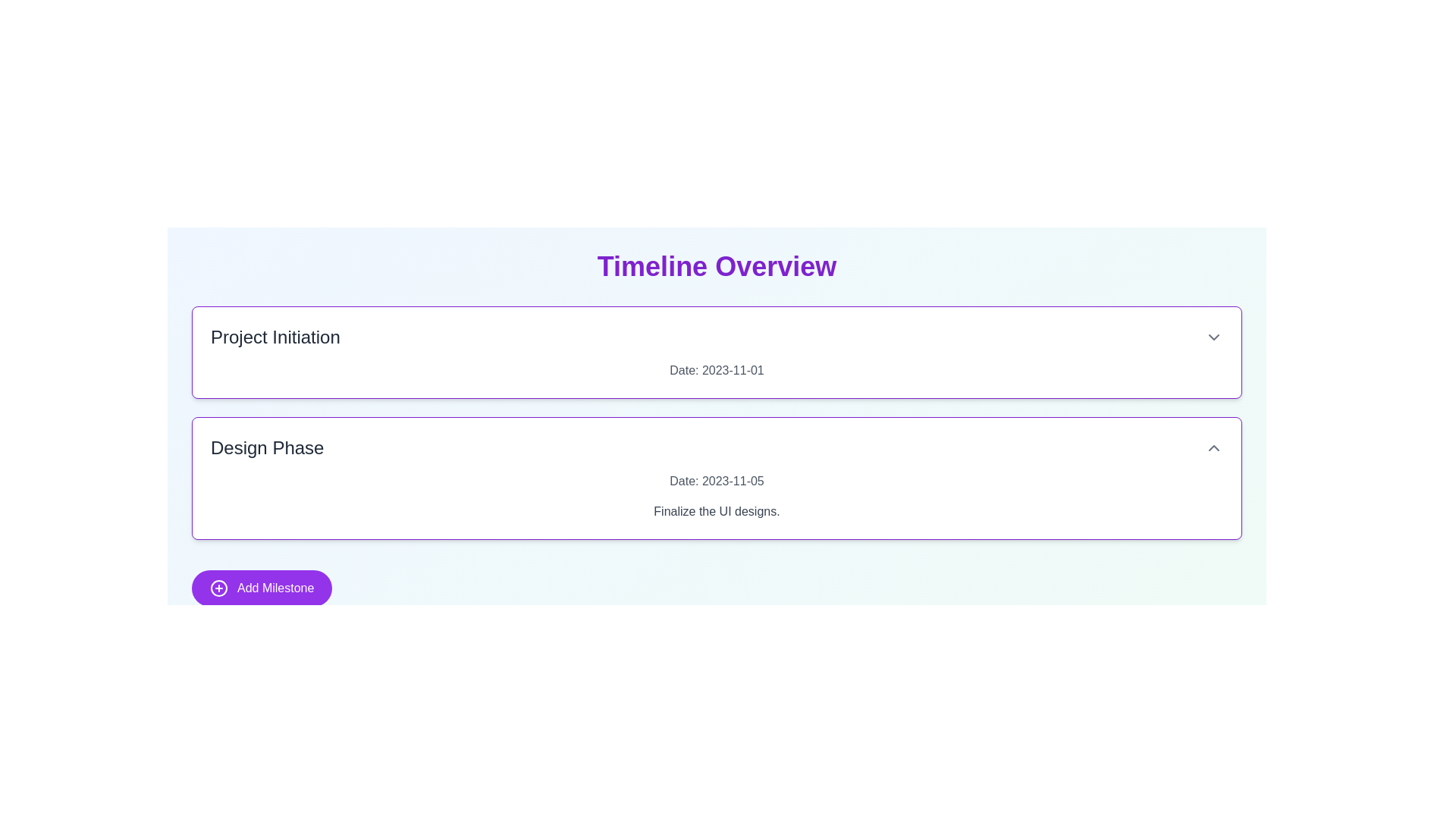 This screenshot has width=1456, height=819. I want to click on the static text element displaying 'Design Phase', which is located below the 'Project Initiation' section in the 'Timeline Overview' interface, so click(267, 447).